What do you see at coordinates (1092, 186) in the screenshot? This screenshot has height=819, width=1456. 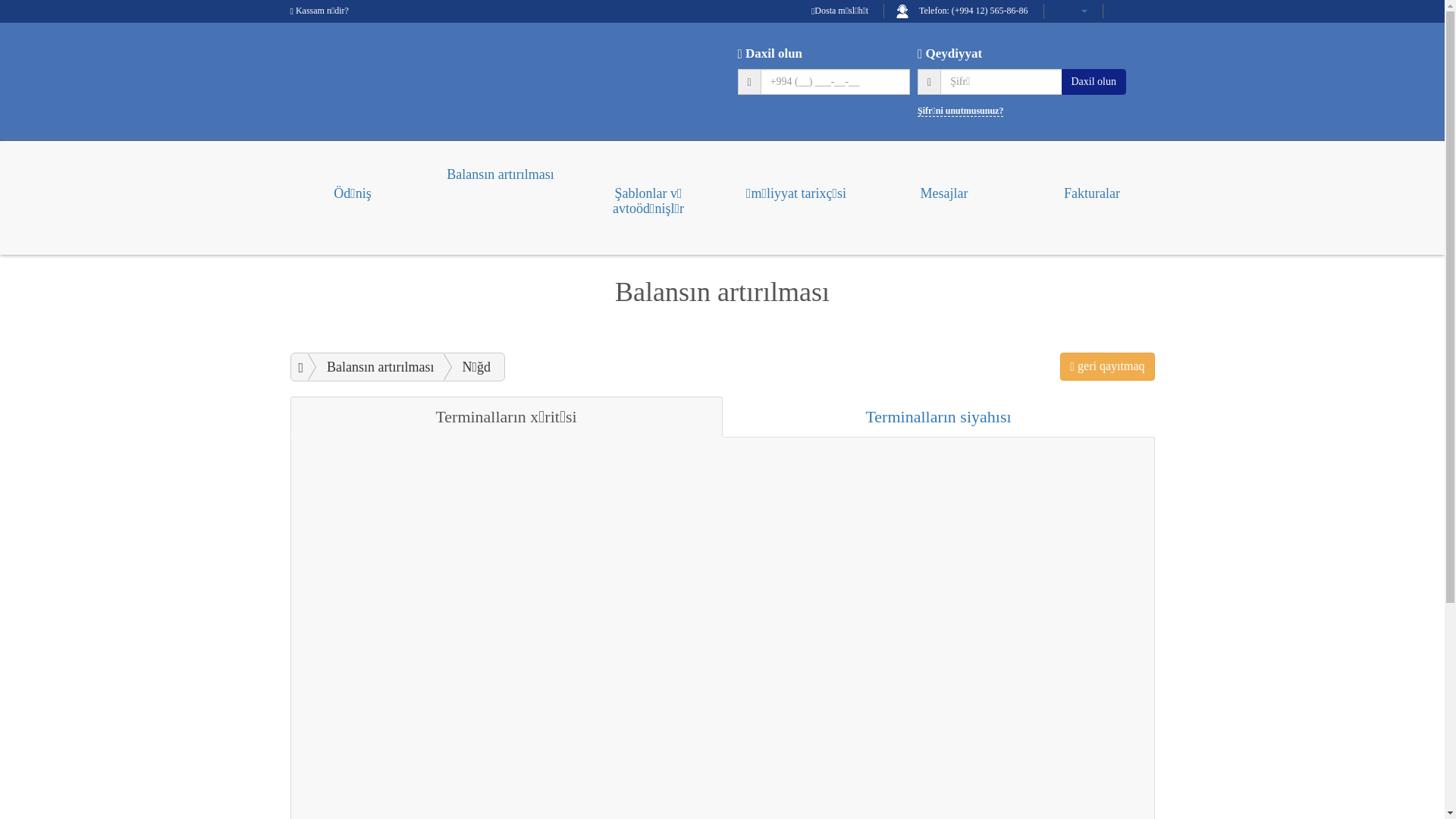 I see `'Fakturalar'` at bounding box center [1092, 186].